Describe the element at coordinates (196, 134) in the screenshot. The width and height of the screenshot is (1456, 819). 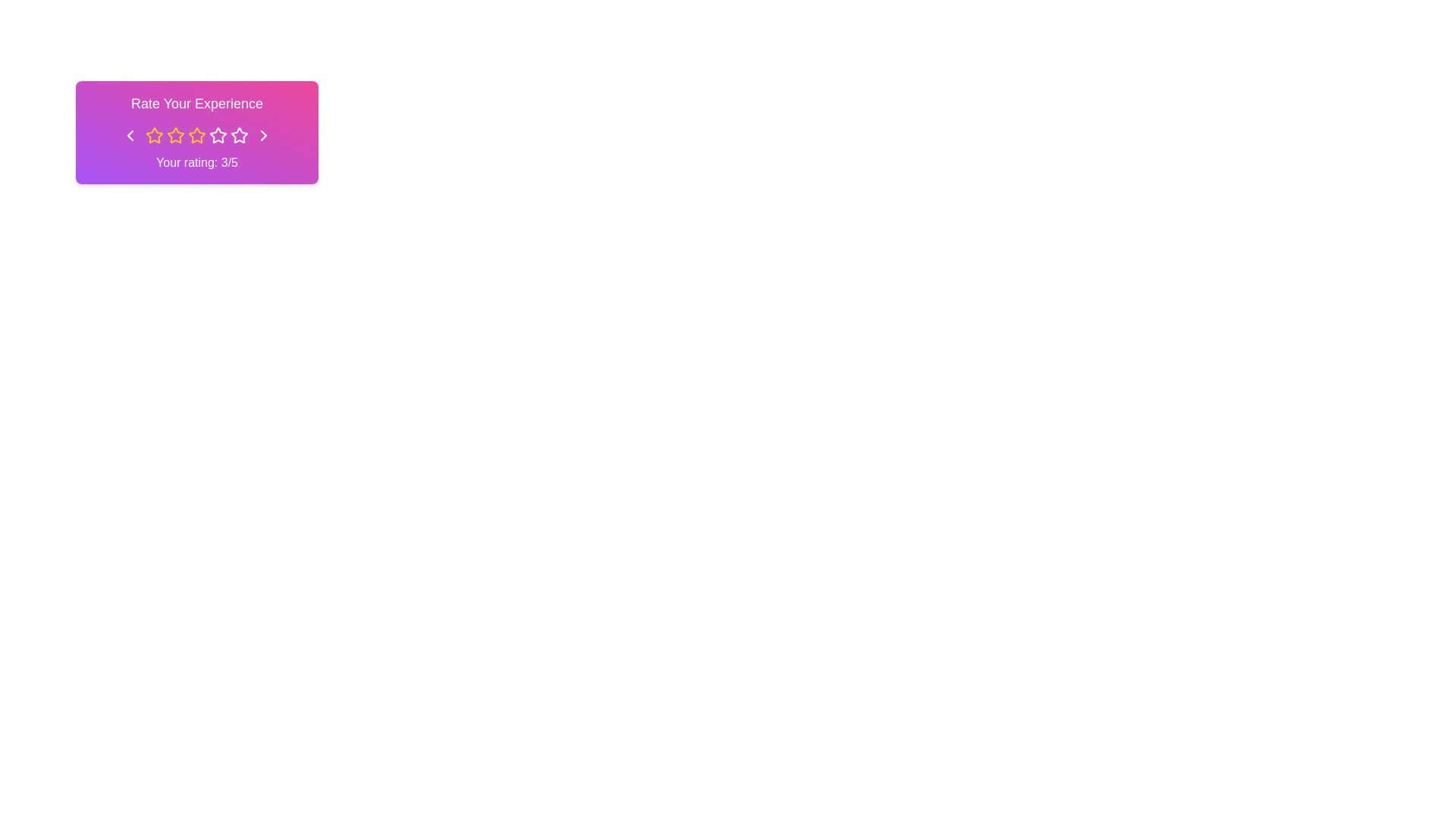
I see `the third yellow star in the rating system` at that location.